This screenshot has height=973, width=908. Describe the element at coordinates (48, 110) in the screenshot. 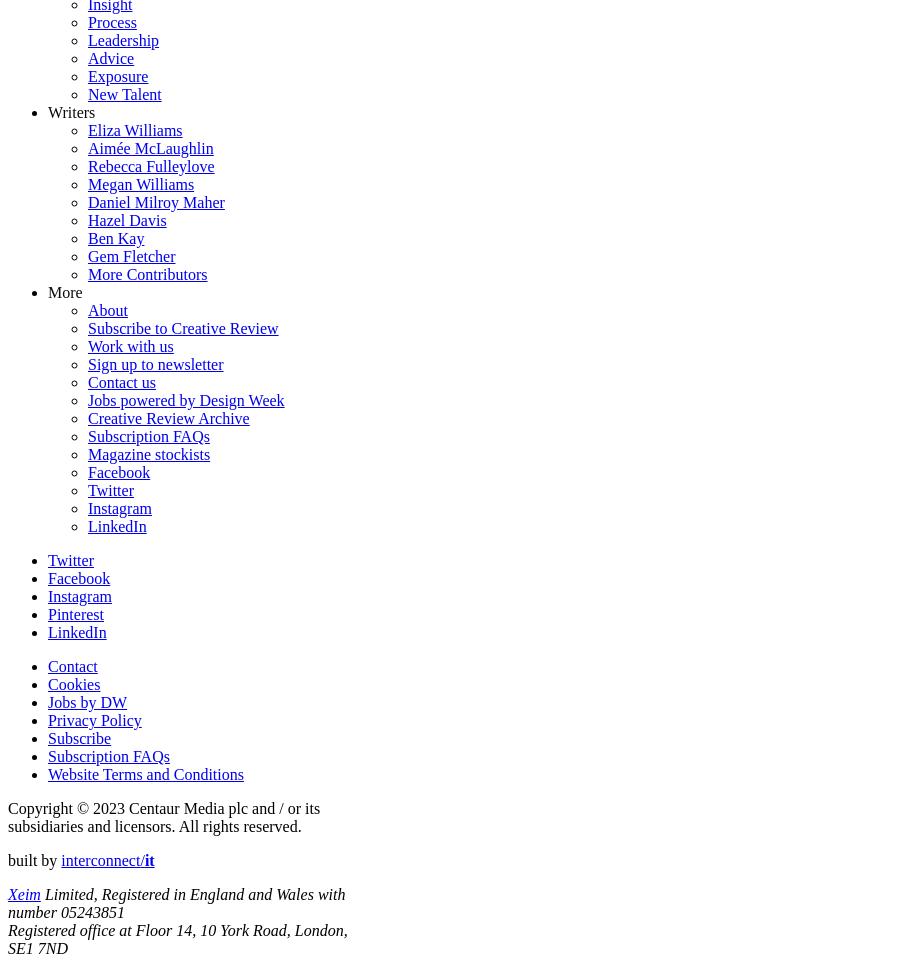

I see `'Writers'` at that location.